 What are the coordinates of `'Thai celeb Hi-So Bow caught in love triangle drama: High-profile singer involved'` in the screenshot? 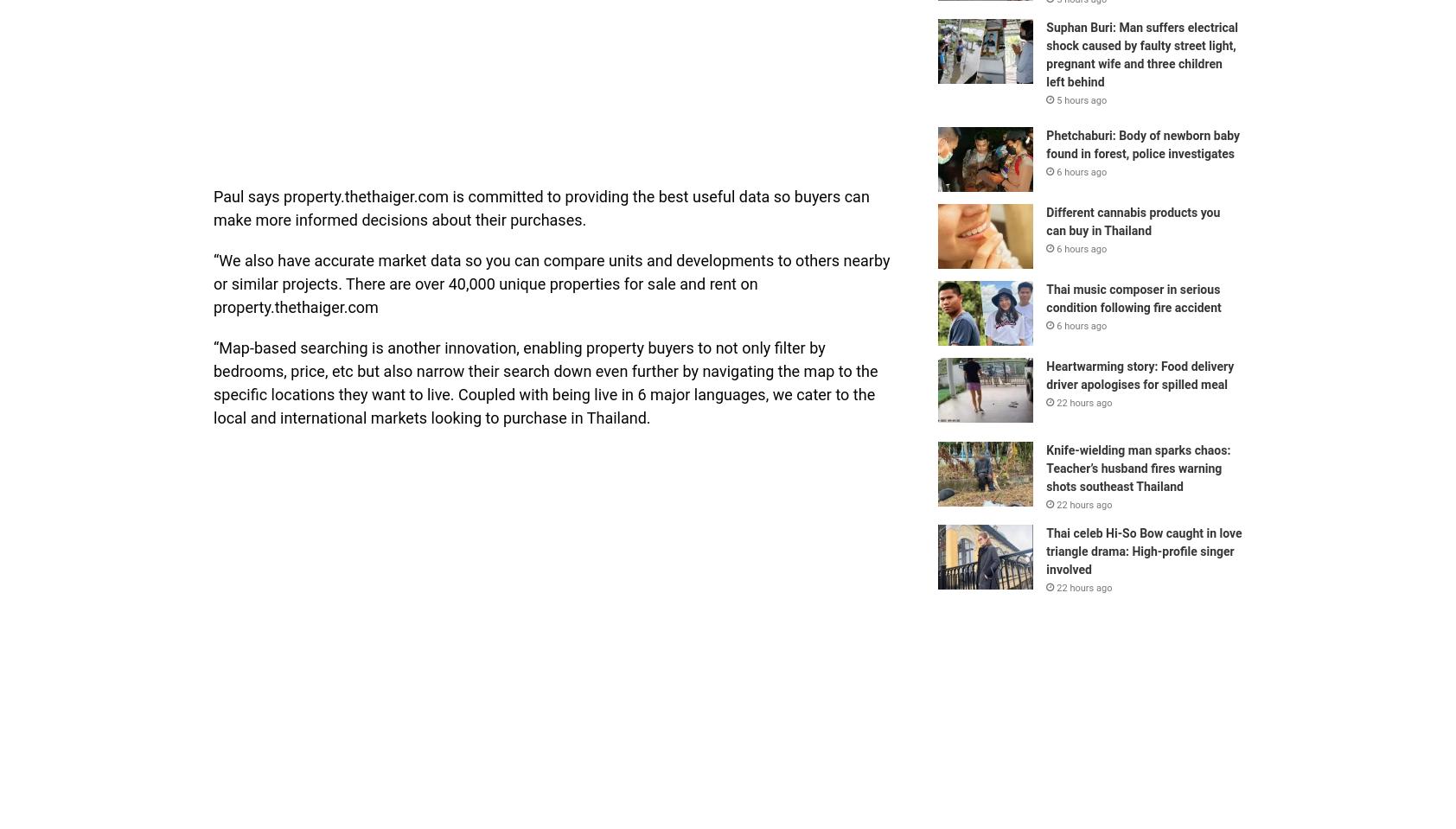 It's located at (1142, 550).